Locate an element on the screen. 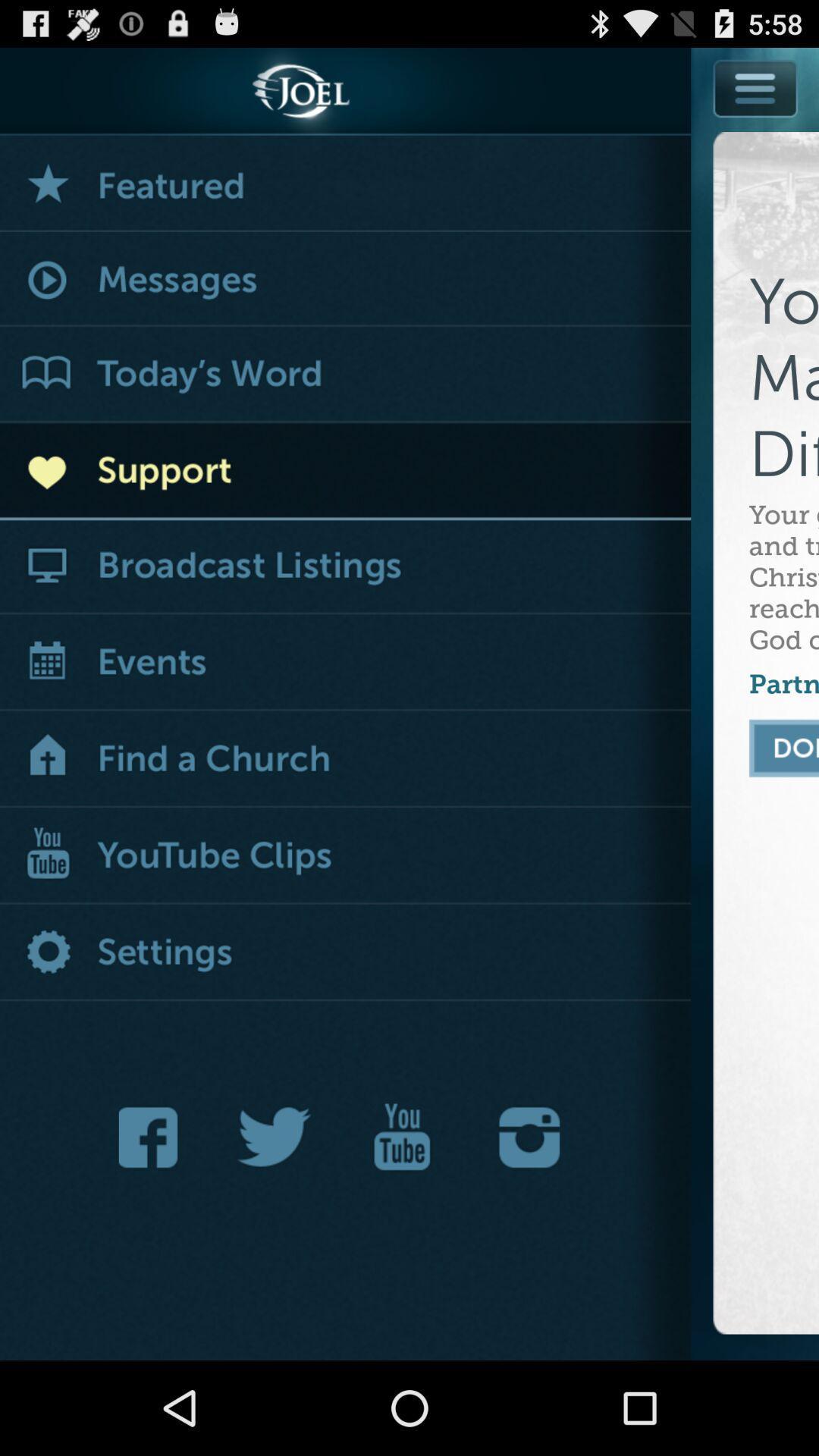  setting is located at coordinates (345, 952).